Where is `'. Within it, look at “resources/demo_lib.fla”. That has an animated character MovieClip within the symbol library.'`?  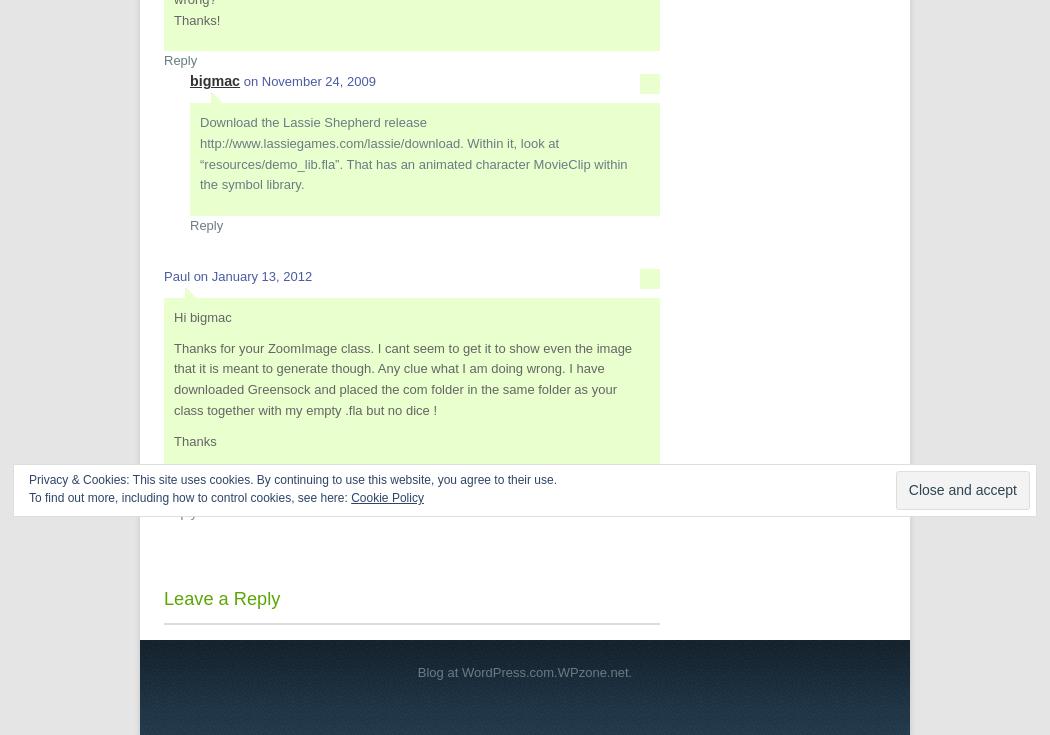 '. Within it, look at “resources/demo_lib.fla”. That has an animated character MovieClip within the symbol library.' is located at coordinates (412, 163).